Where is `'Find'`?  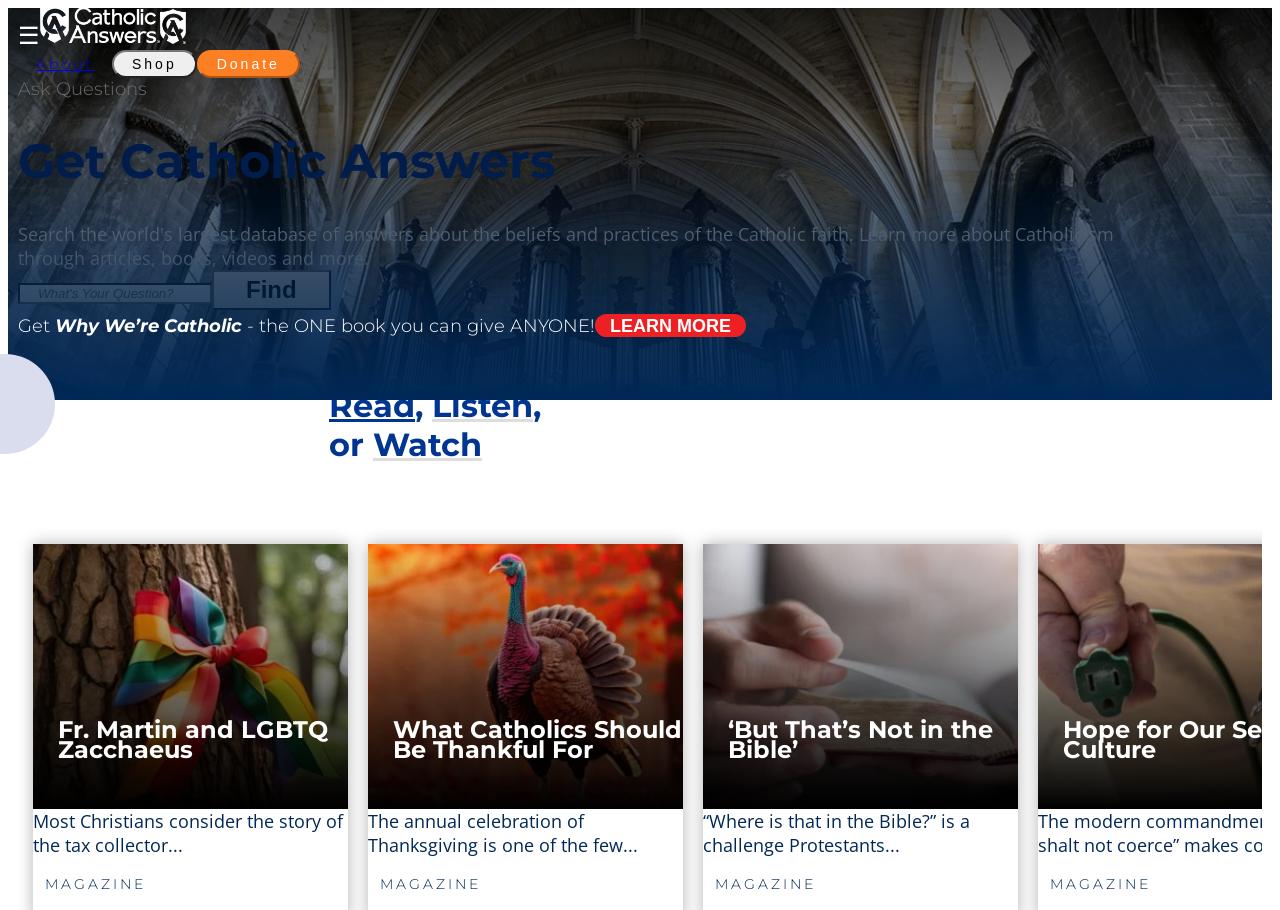
'Find' is located at coordinates (245, 287).